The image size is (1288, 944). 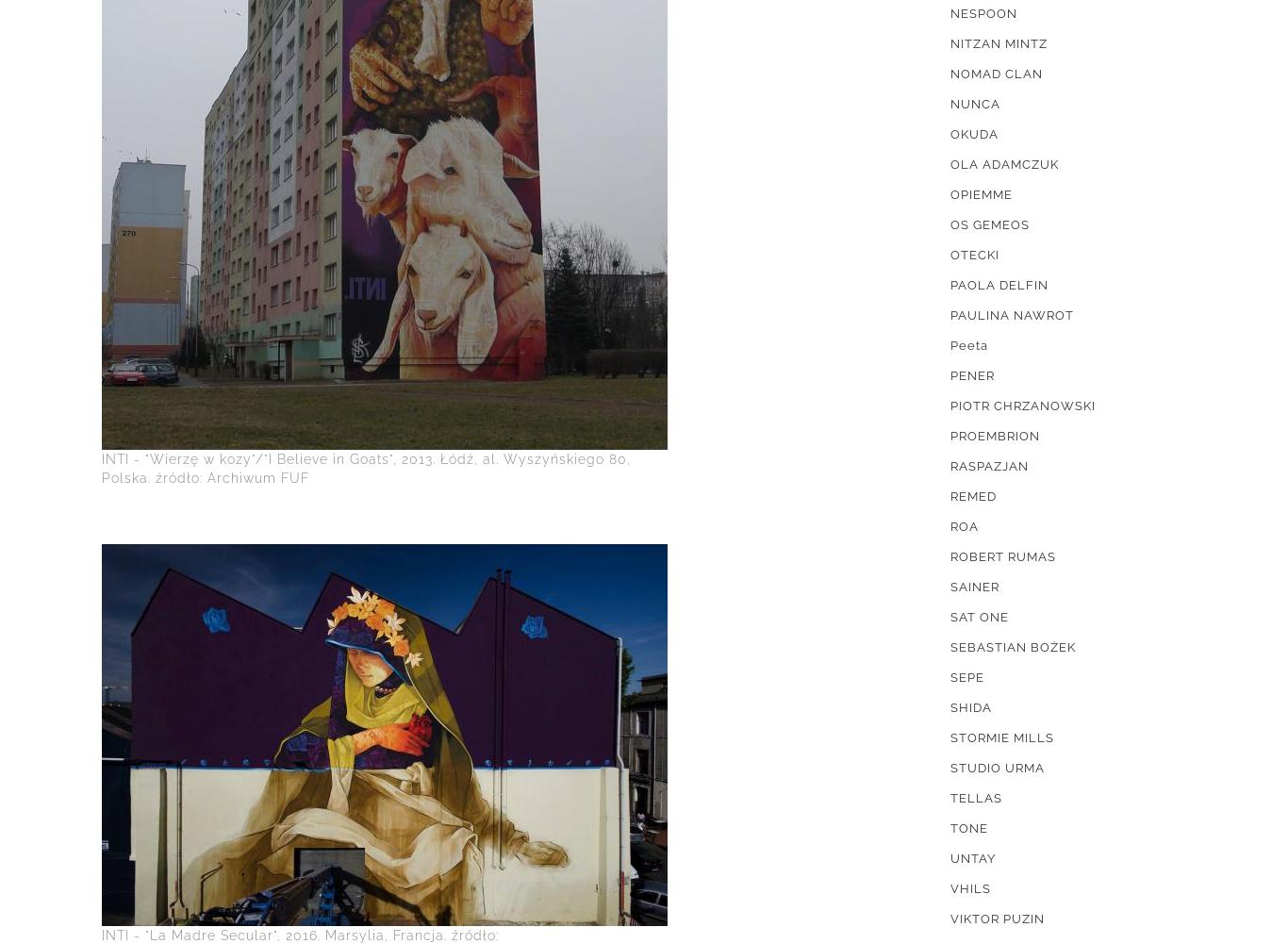 What do you see at coordinates (999, 285) in the screenshot?
I see `'PAOLA DELFIN'` at bounding box center [999, 285].